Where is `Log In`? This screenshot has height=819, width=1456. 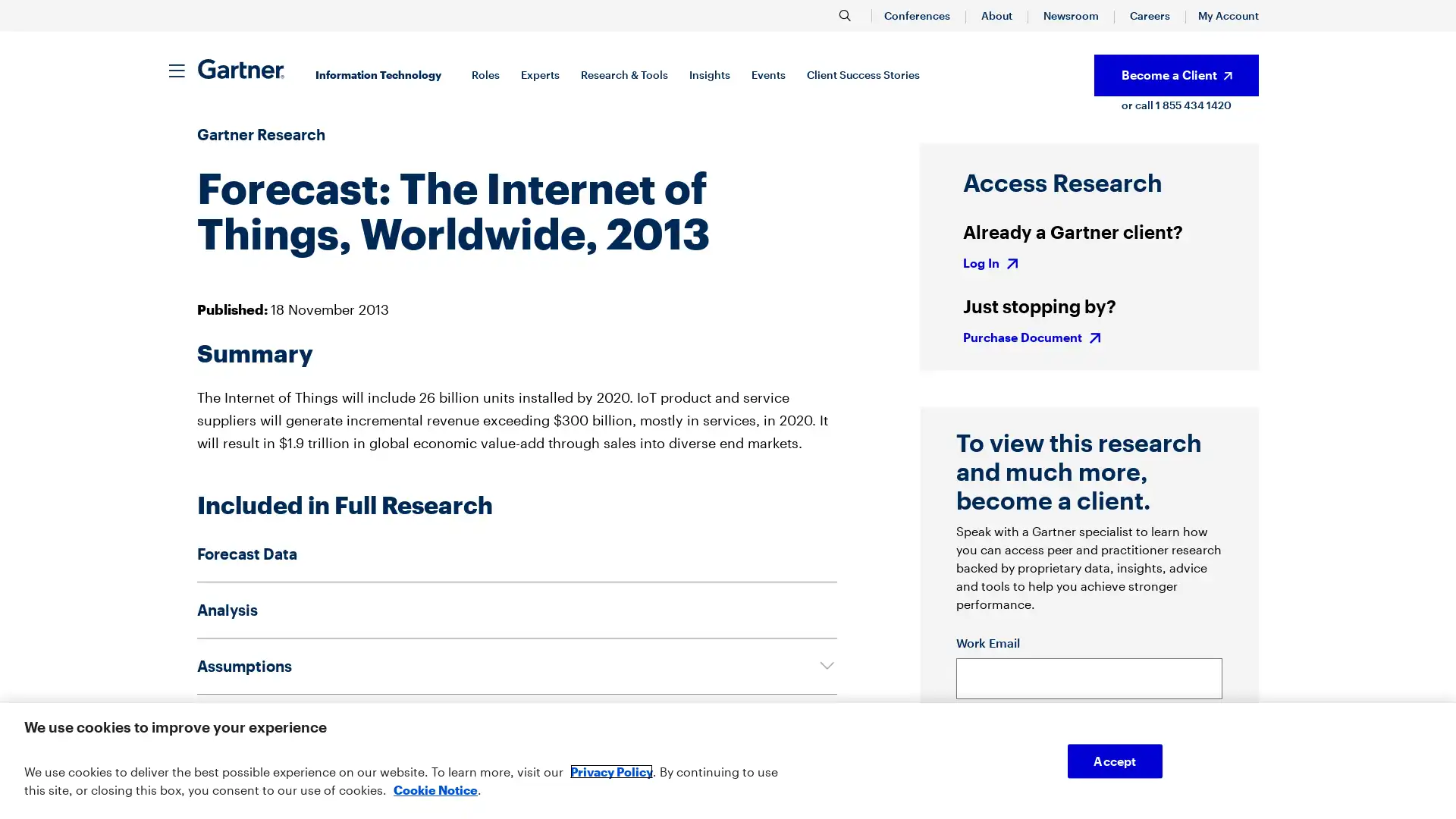
Log In is located at coordinates (993, 262).